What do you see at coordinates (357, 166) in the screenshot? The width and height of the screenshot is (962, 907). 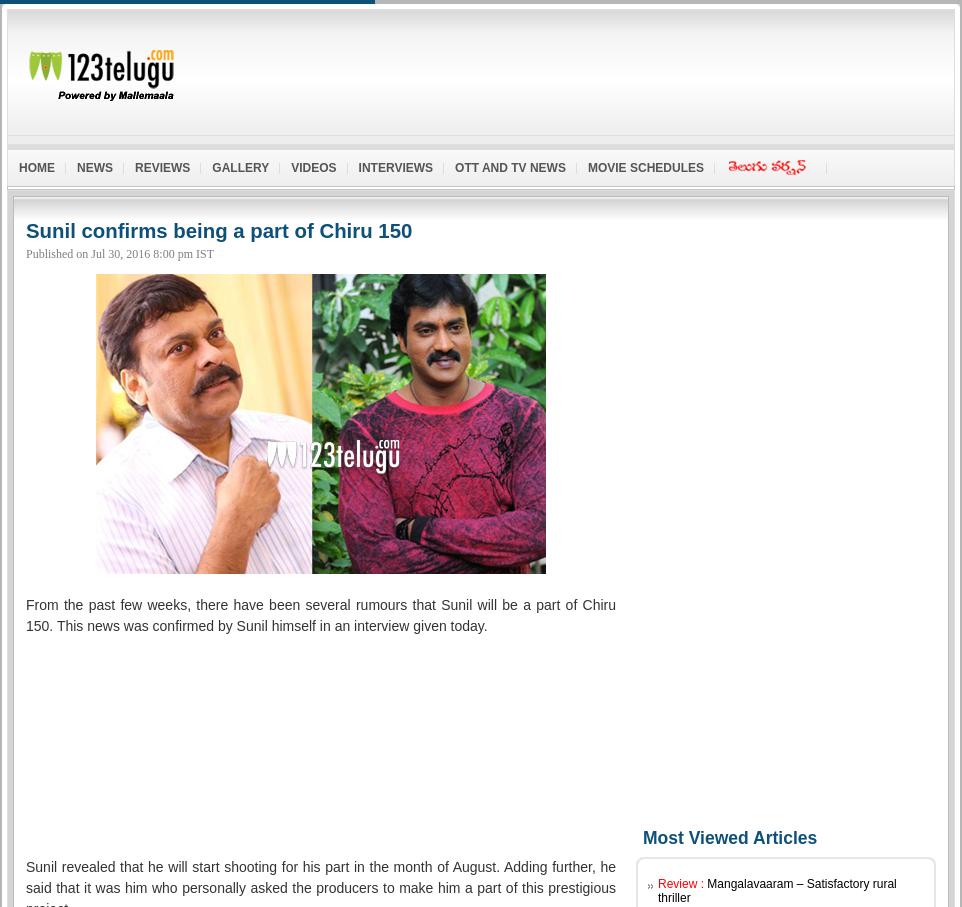 I see `'Interviews'` at bounding box center [357, 166].